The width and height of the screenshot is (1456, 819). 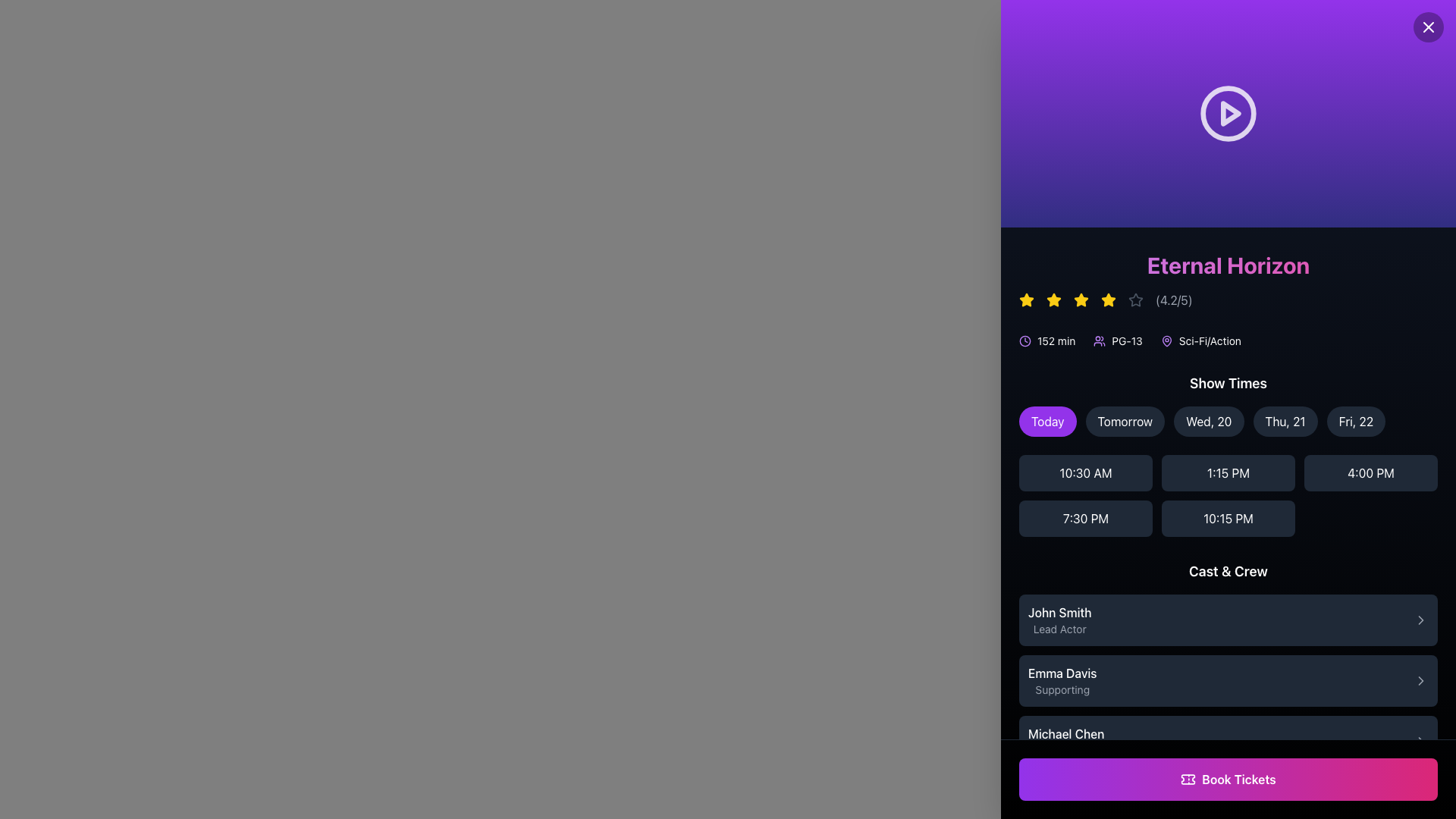 I want to click on the heading or title text indicating the 'Audience Reviews' section, which is positioned above the first review's text, so click(x=1228, y=801).